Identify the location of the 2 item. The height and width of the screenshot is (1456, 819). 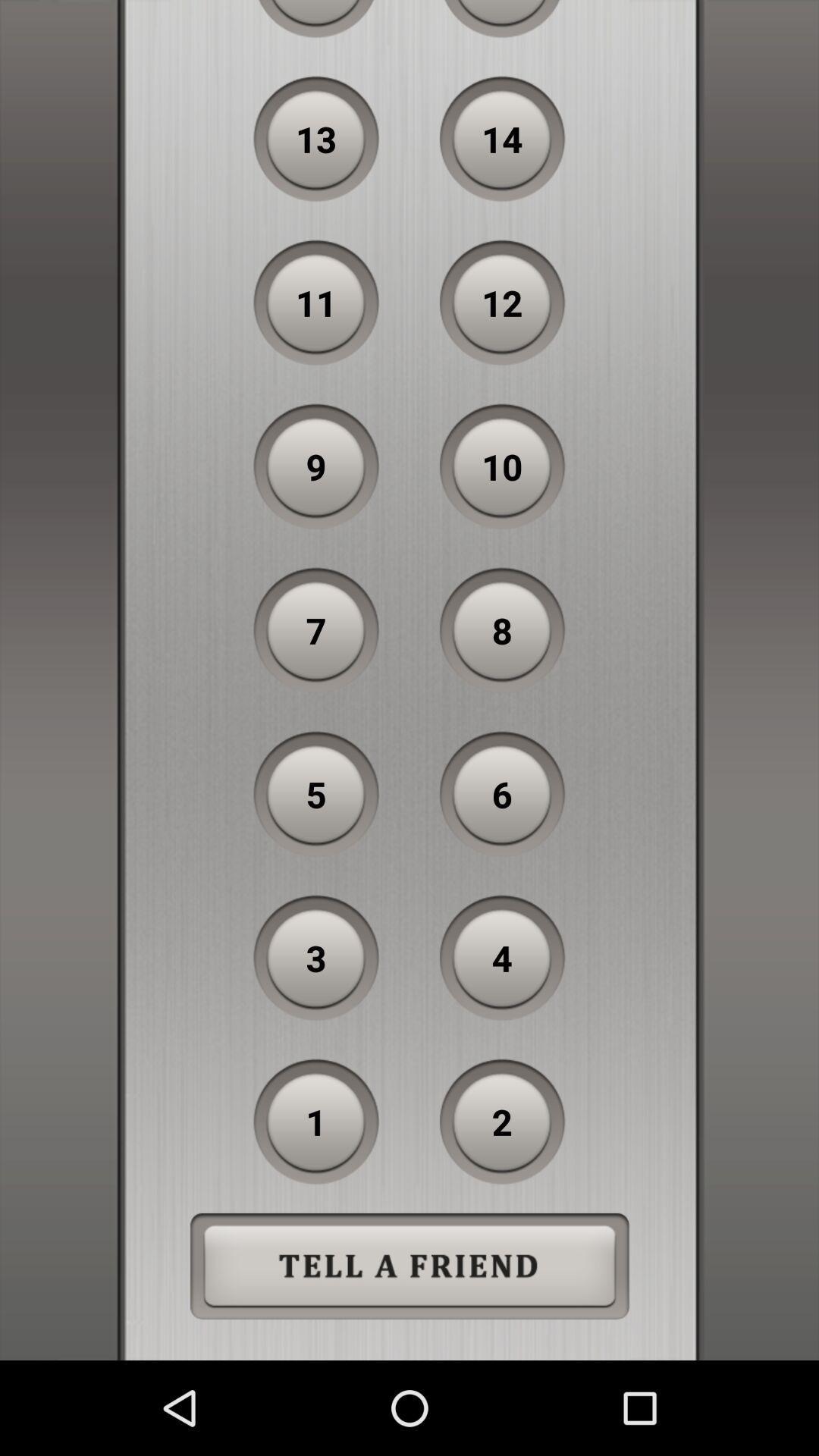
(502, 1122).